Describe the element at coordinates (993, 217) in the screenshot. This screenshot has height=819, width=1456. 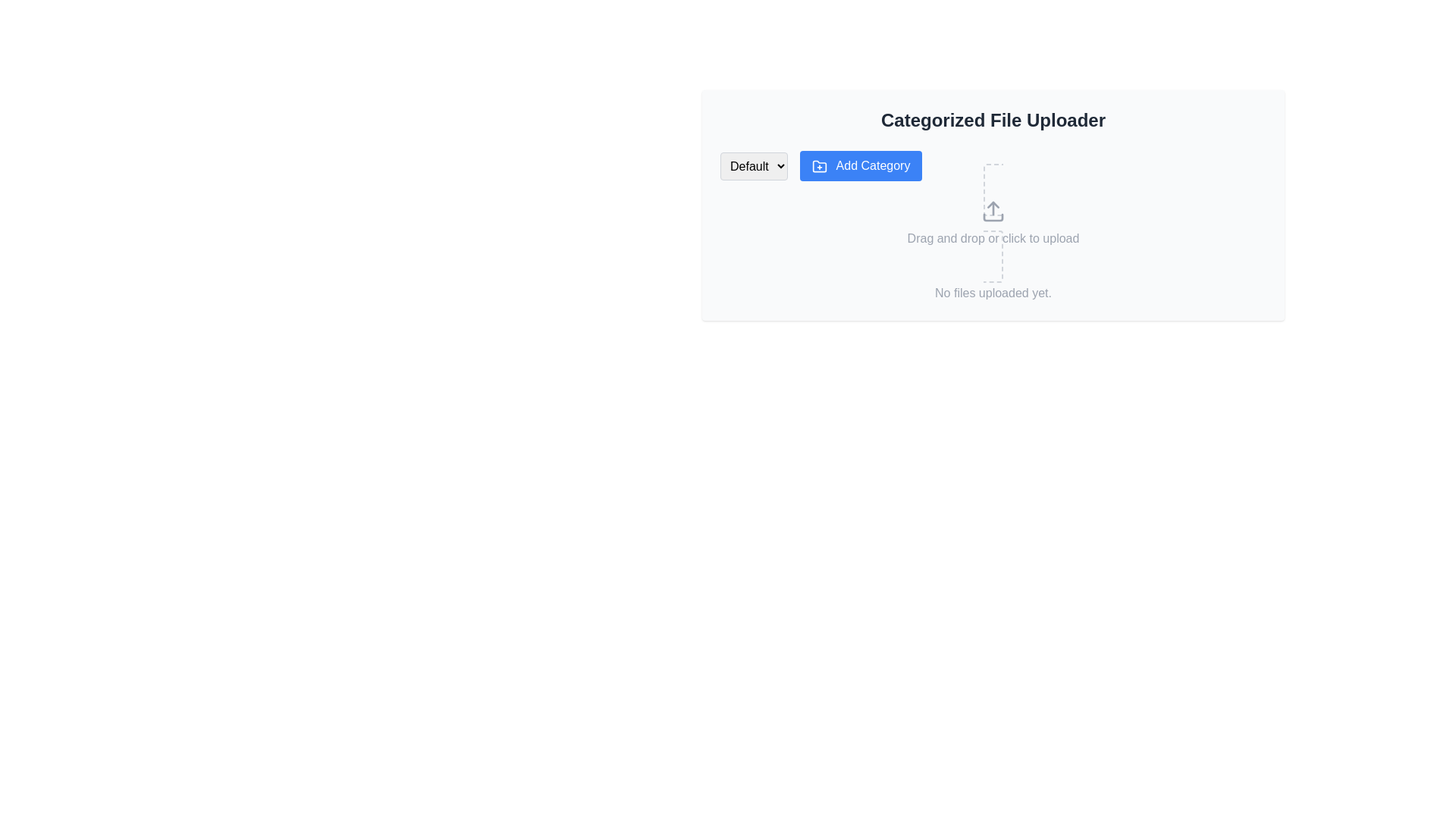
I see `the lower section of the outlined upload icon, which is represented by a rectangle with rounded edges that completes the upload symbol` at that location.